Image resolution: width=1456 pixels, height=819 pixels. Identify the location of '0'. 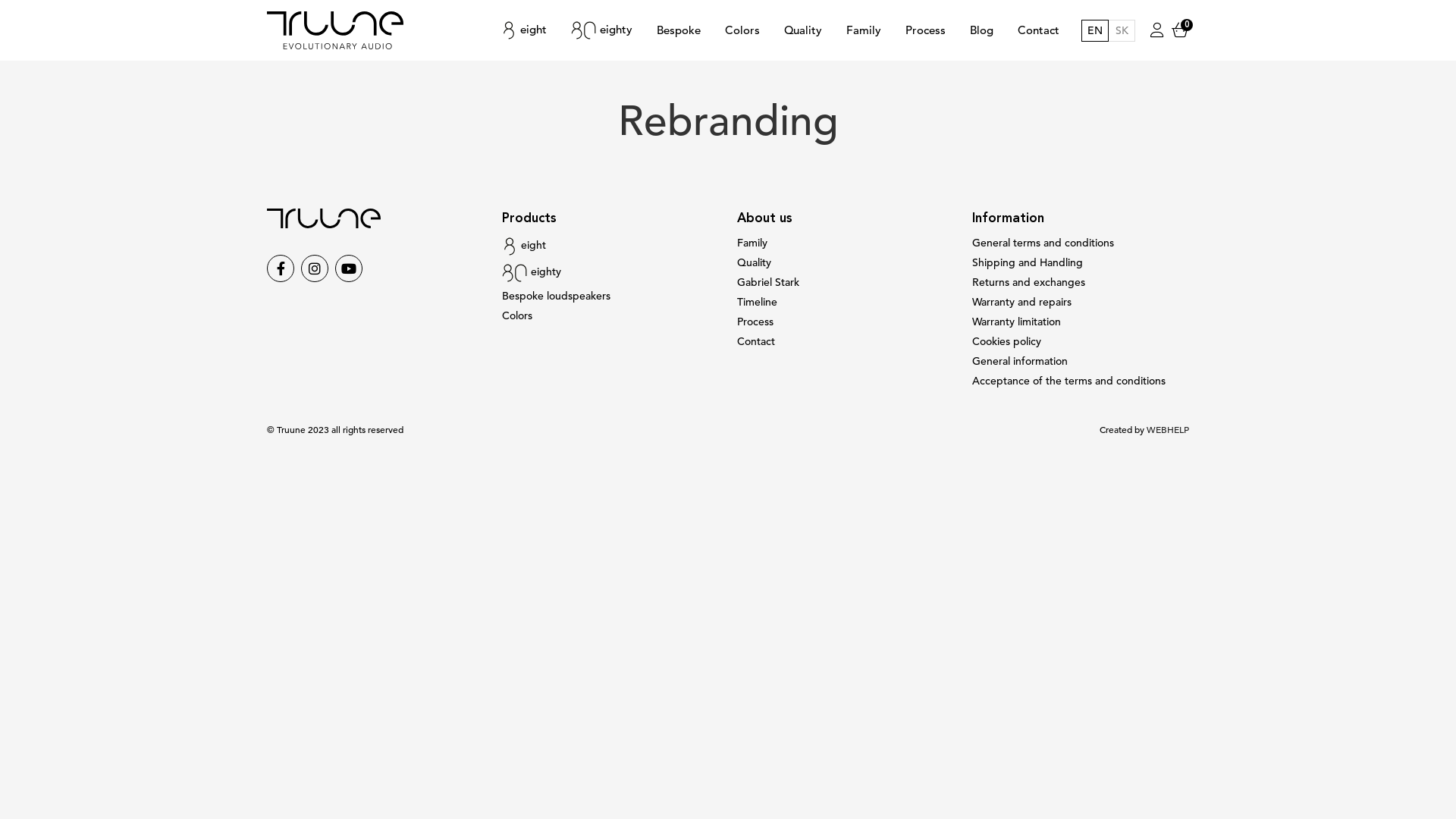
(1179, 30).